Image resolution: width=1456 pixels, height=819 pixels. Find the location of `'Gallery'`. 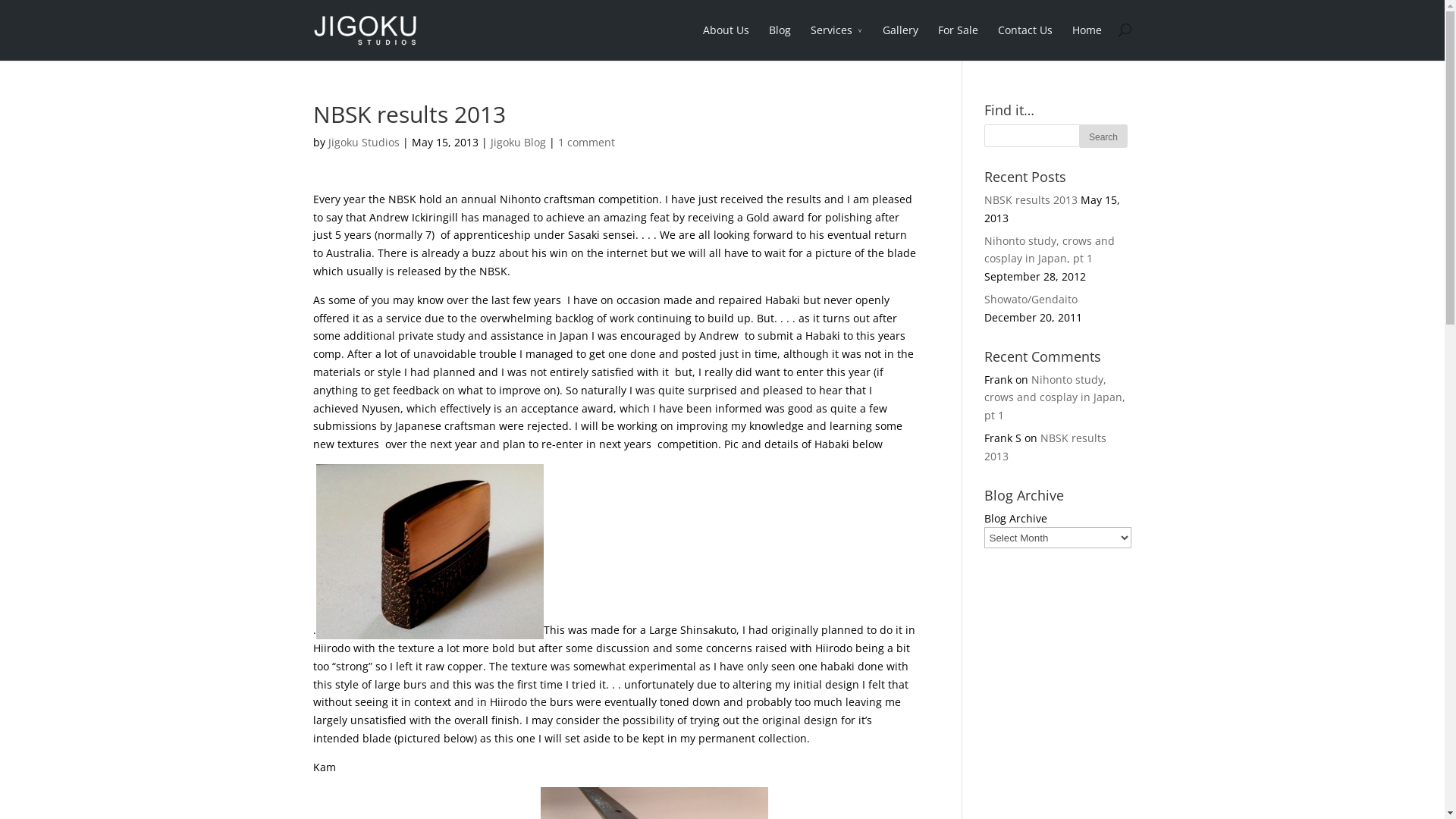

'Gallery' is located at coordinates (900, 40).